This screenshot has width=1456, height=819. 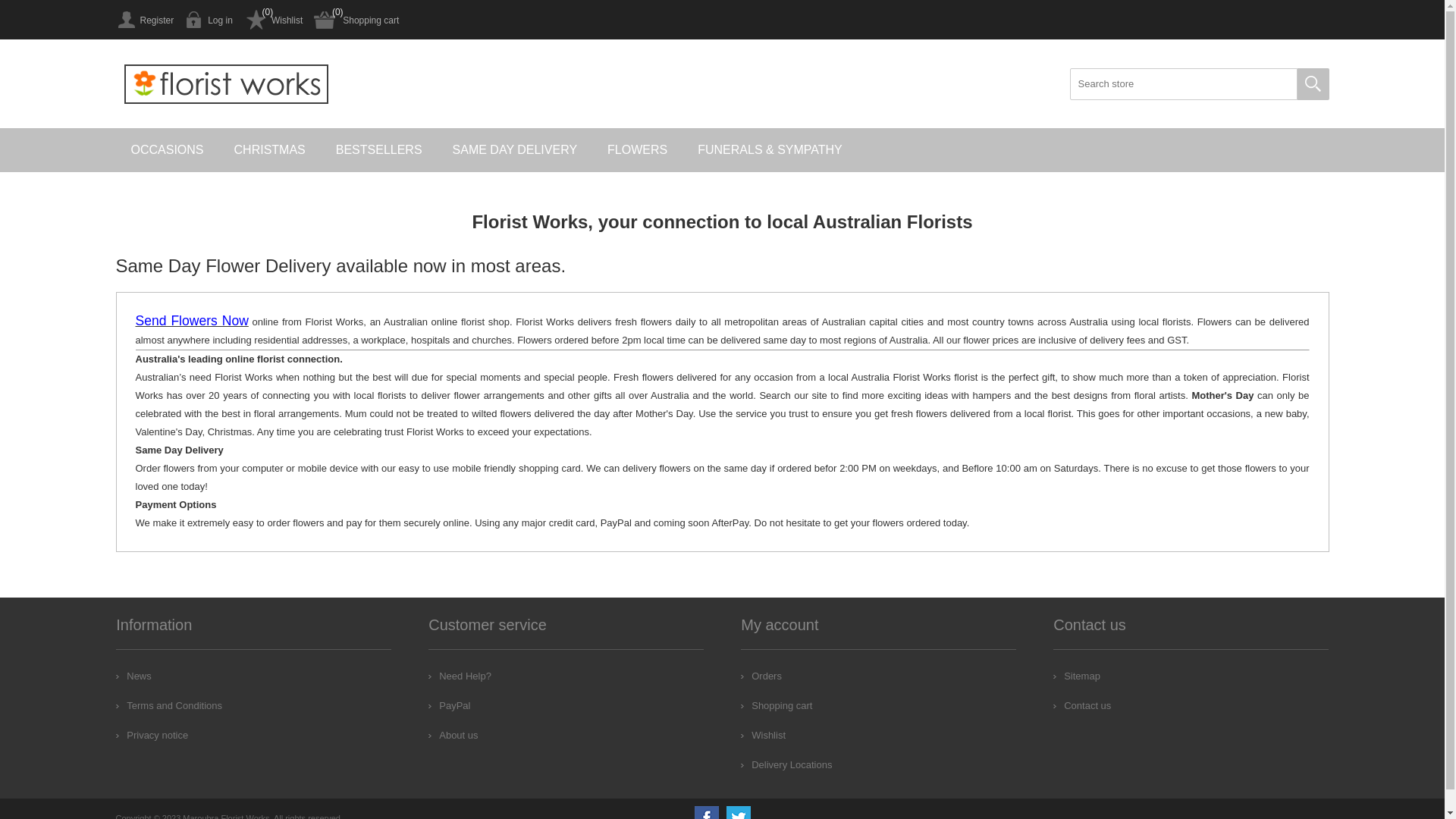 I want to click on 'BESTSELLERS', so click(x=378, y=149).